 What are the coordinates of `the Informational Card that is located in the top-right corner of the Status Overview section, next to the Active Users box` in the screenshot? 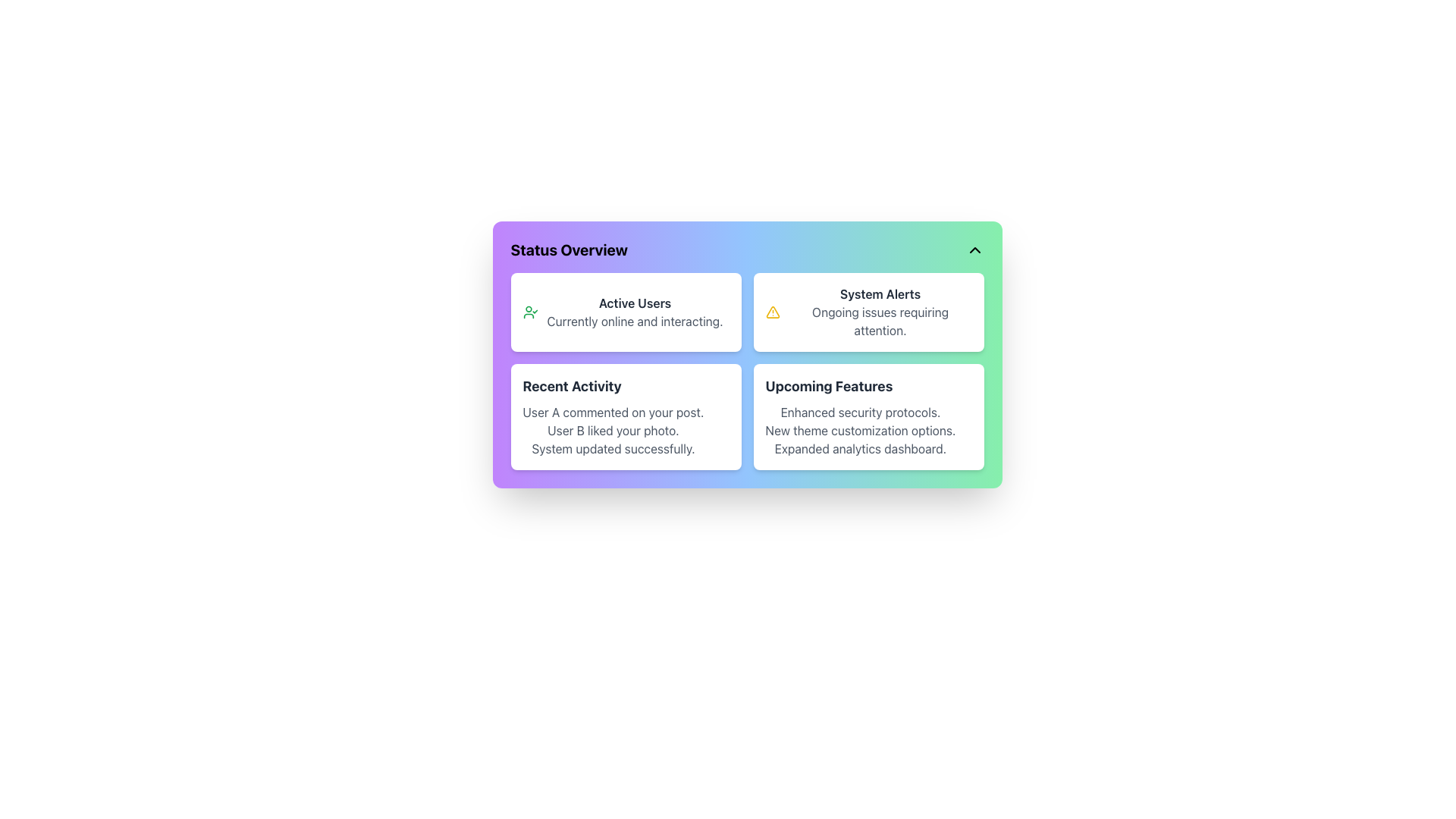 It's located at (868, 312).